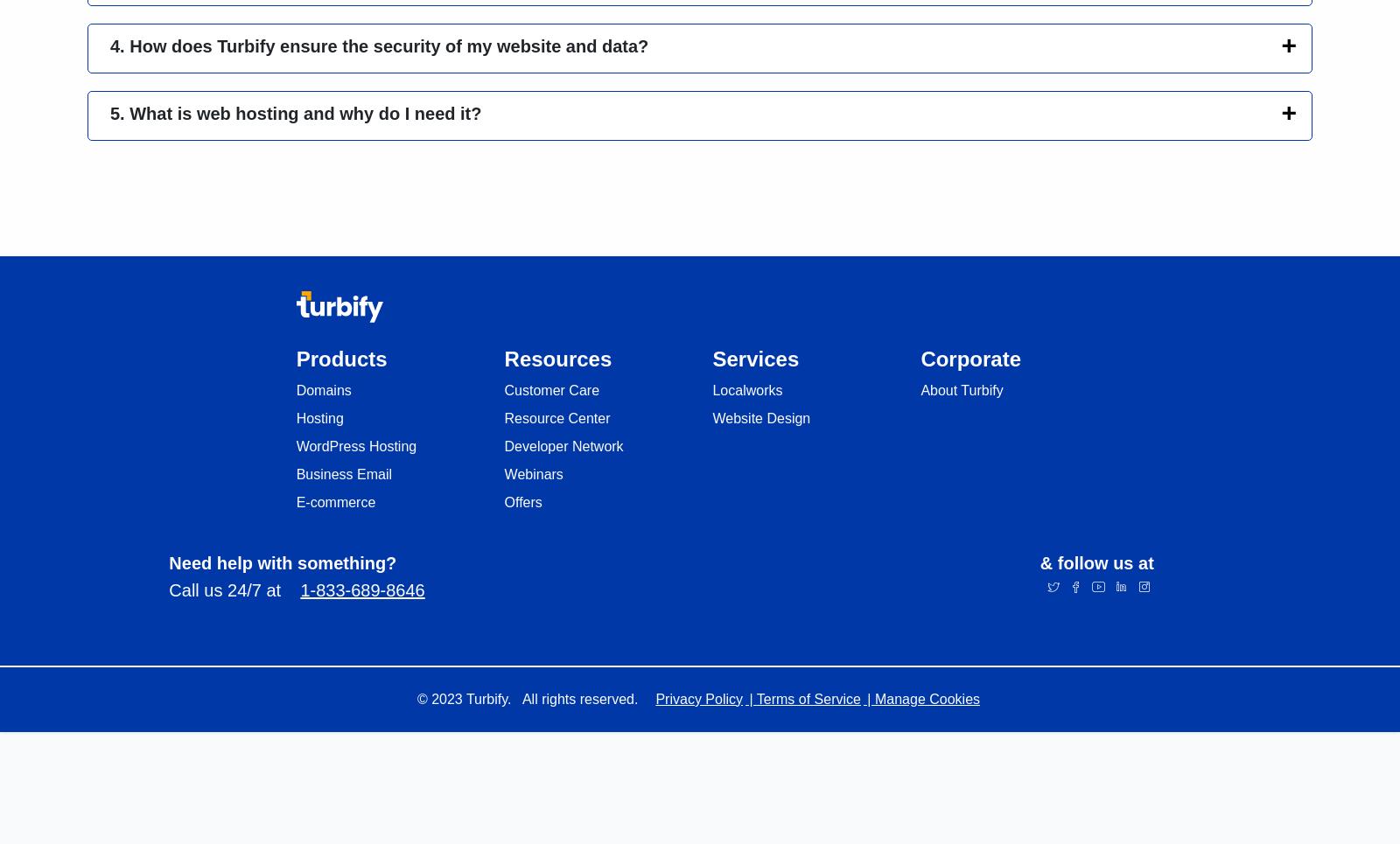 This screenshot has width=1400, height=844. Describe the element at coordinates (503, 358) in the screenshot. I see `'Resources'` at that location.